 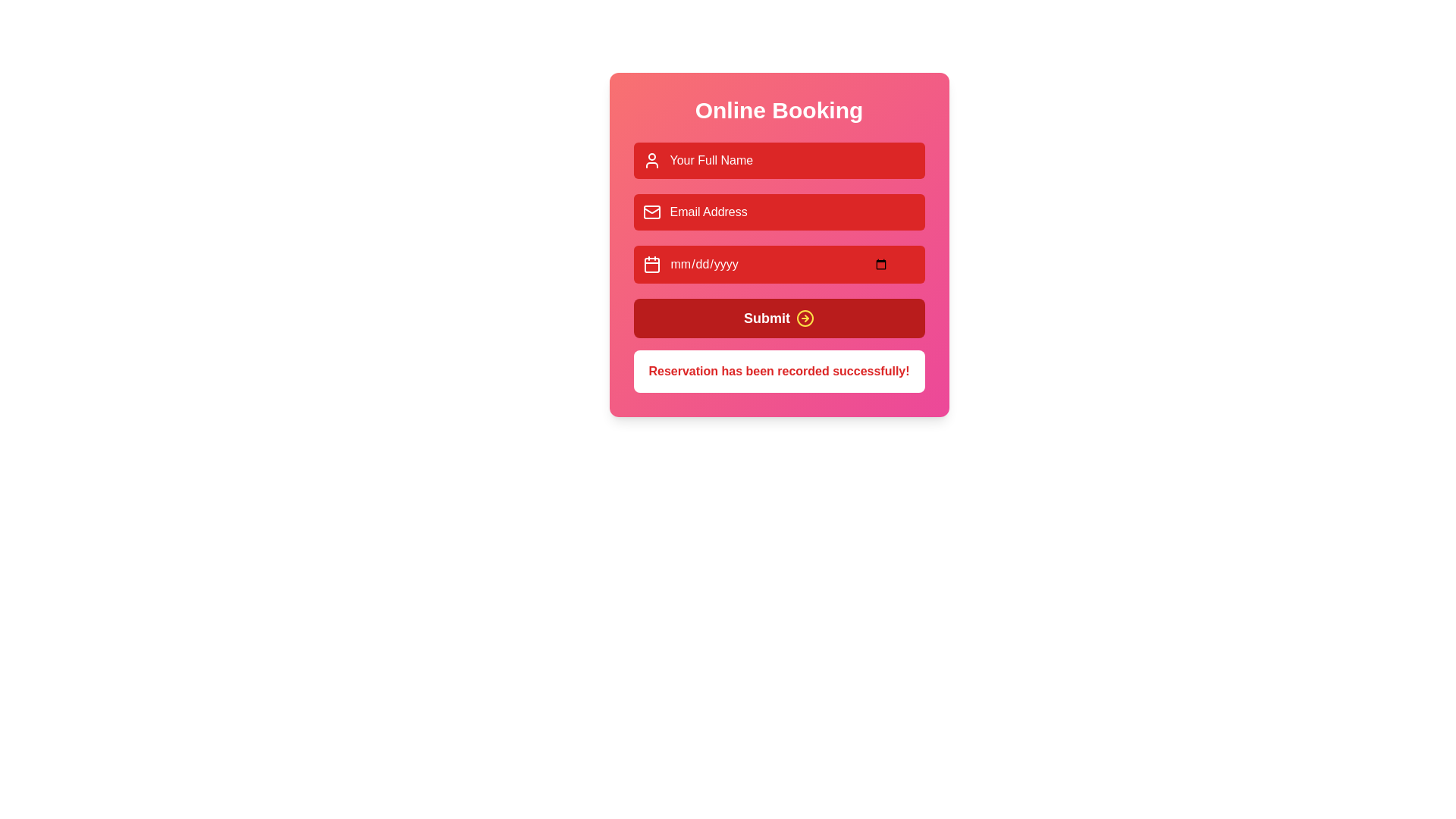 I want to click on the decorative email icon located at the top-left portion of the email address input field, which is the second input field in the vertical stack of the form, so click(x=651, y=212).